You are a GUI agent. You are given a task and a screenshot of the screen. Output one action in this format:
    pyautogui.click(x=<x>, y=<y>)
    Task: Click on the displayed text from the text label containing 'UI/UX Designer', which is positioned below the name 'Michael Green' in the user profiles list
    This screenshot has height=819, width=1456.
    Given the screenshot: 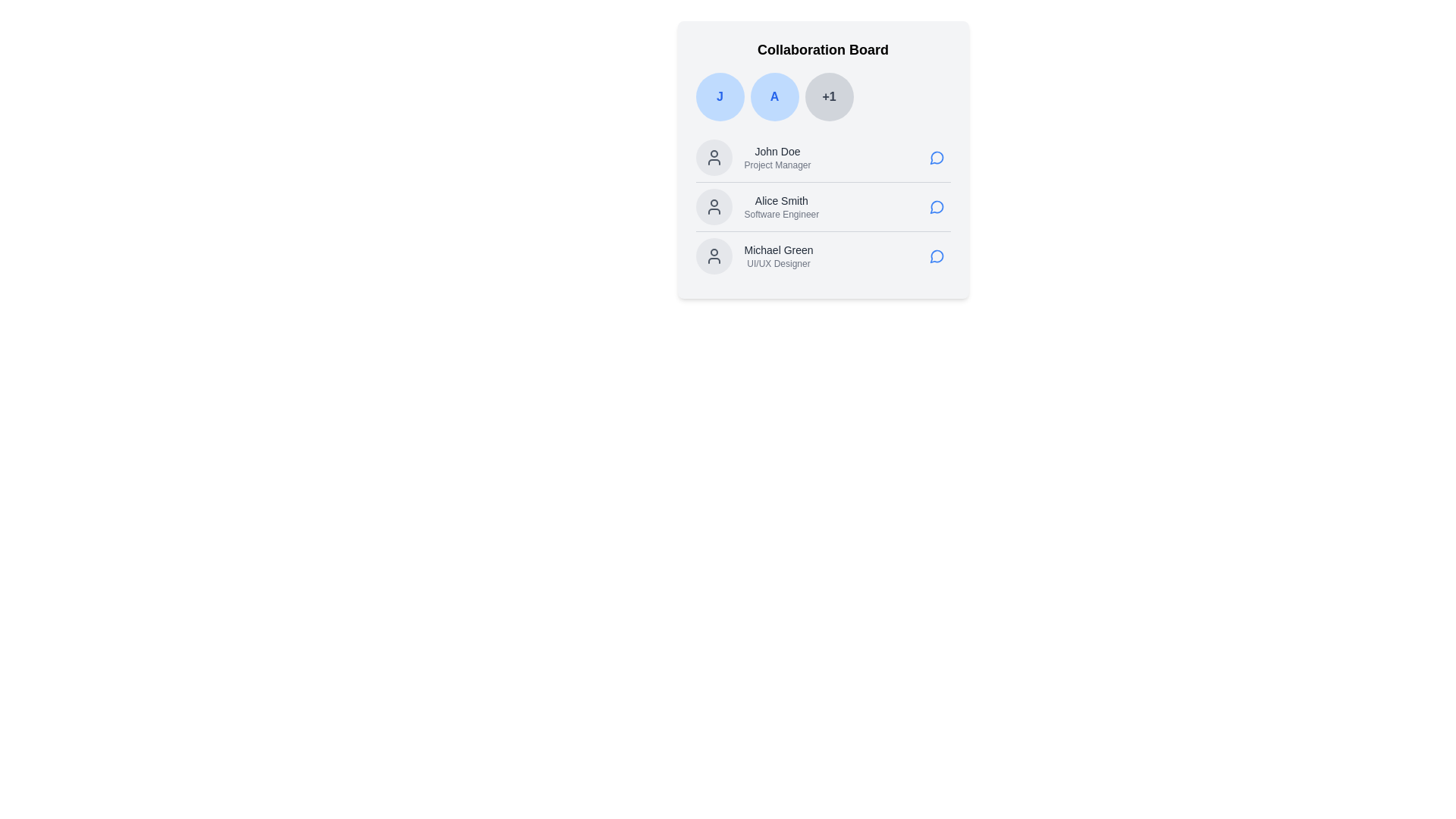 What is the action you would take?
    pyautogui.click(x=779, y=262)
    